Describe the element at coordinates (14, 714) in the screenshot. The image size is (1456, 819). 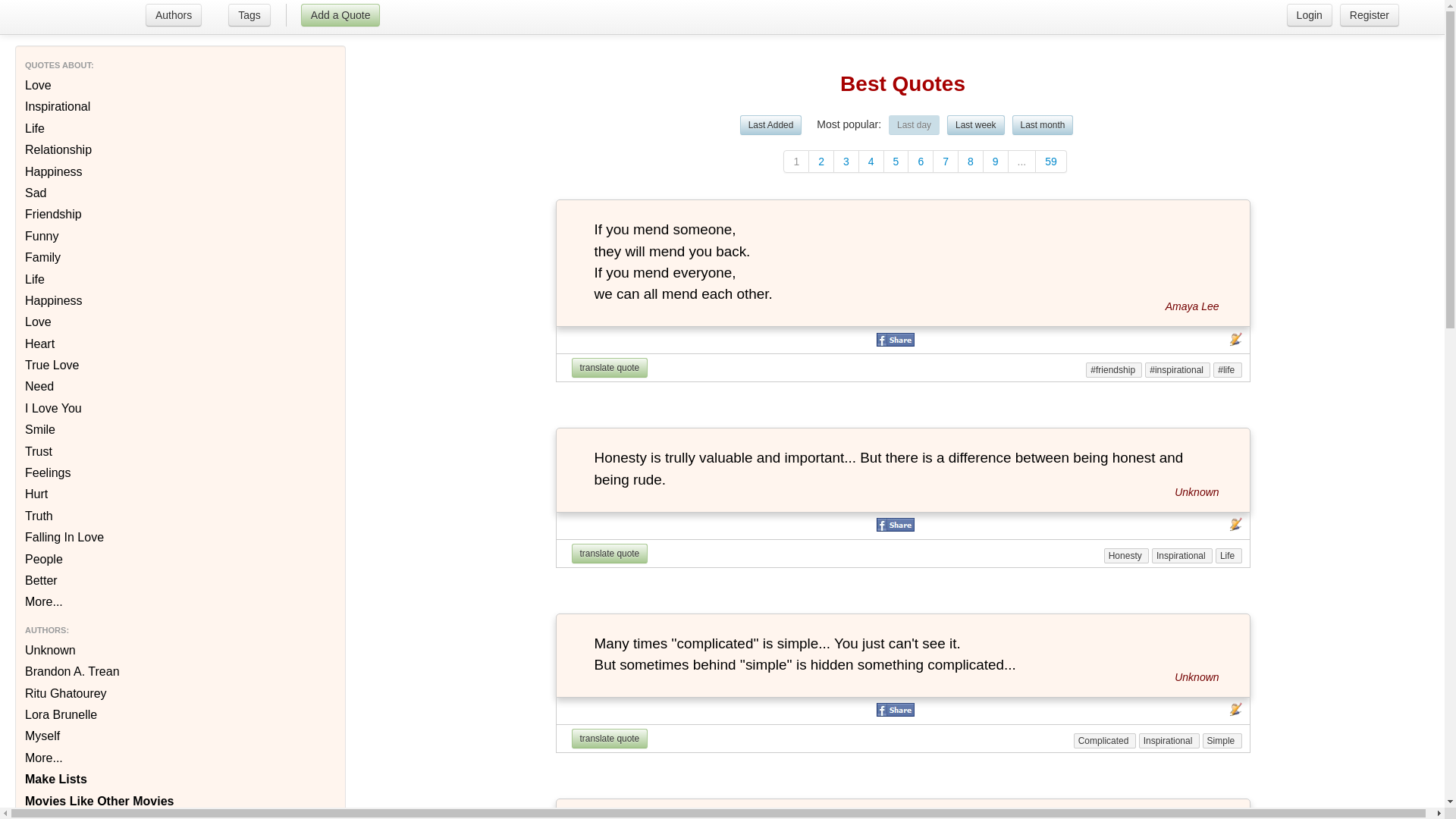
I see `'Lora Brunelle'` at that location.